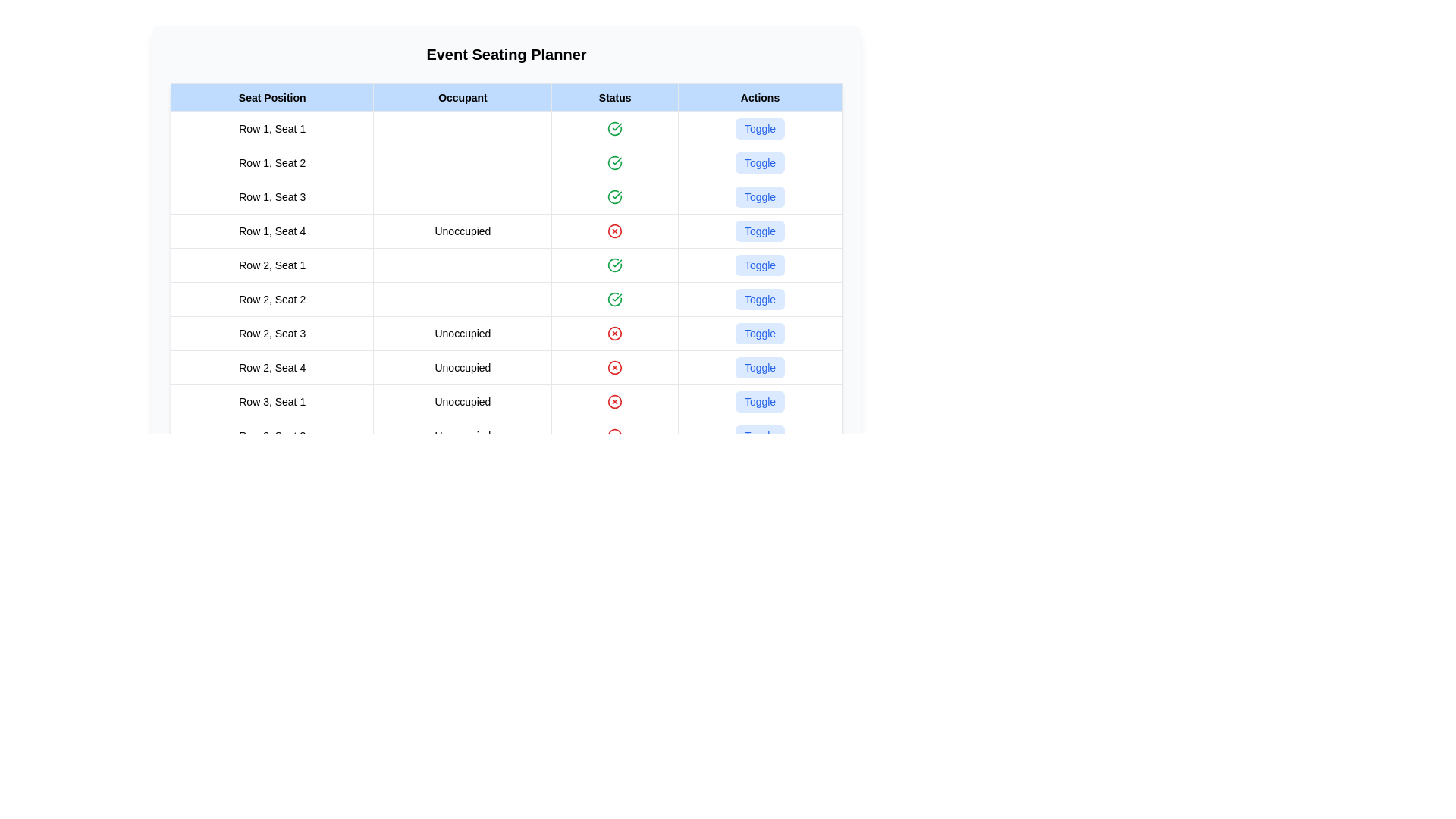  I want to click on the Text Label indicating that the seat is unoccupied, located in the third row under the 'Occupant' column, between 'Row 3, Seat 1' and a blank cell, so click(462, 400).